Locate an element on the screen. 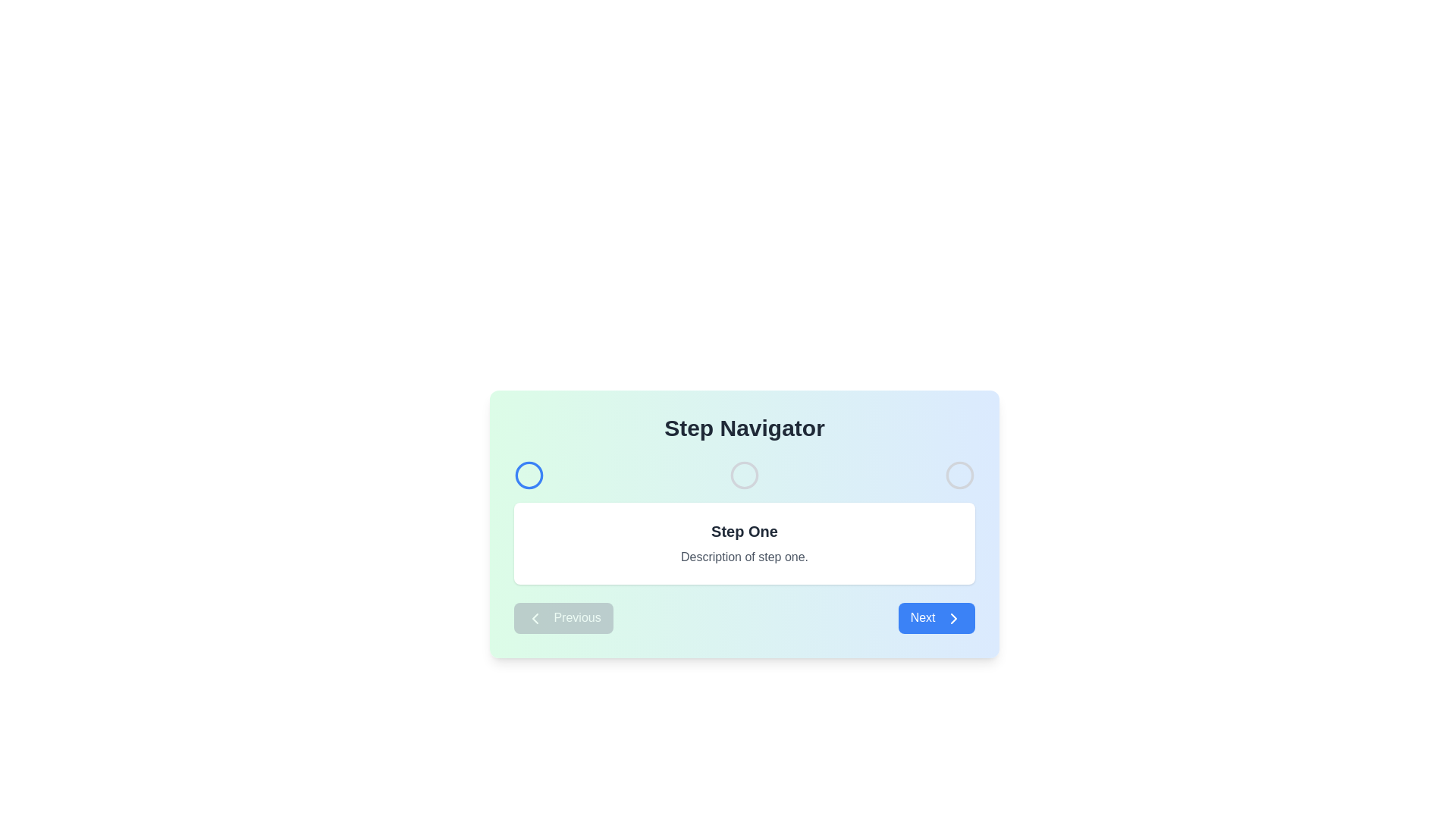 Image resolution: width=1456 pixels, height=819 pixels. the blue 'Next' button icon which represents proceeding to the next step in the multi-step process is located at coordinates (952, 617).